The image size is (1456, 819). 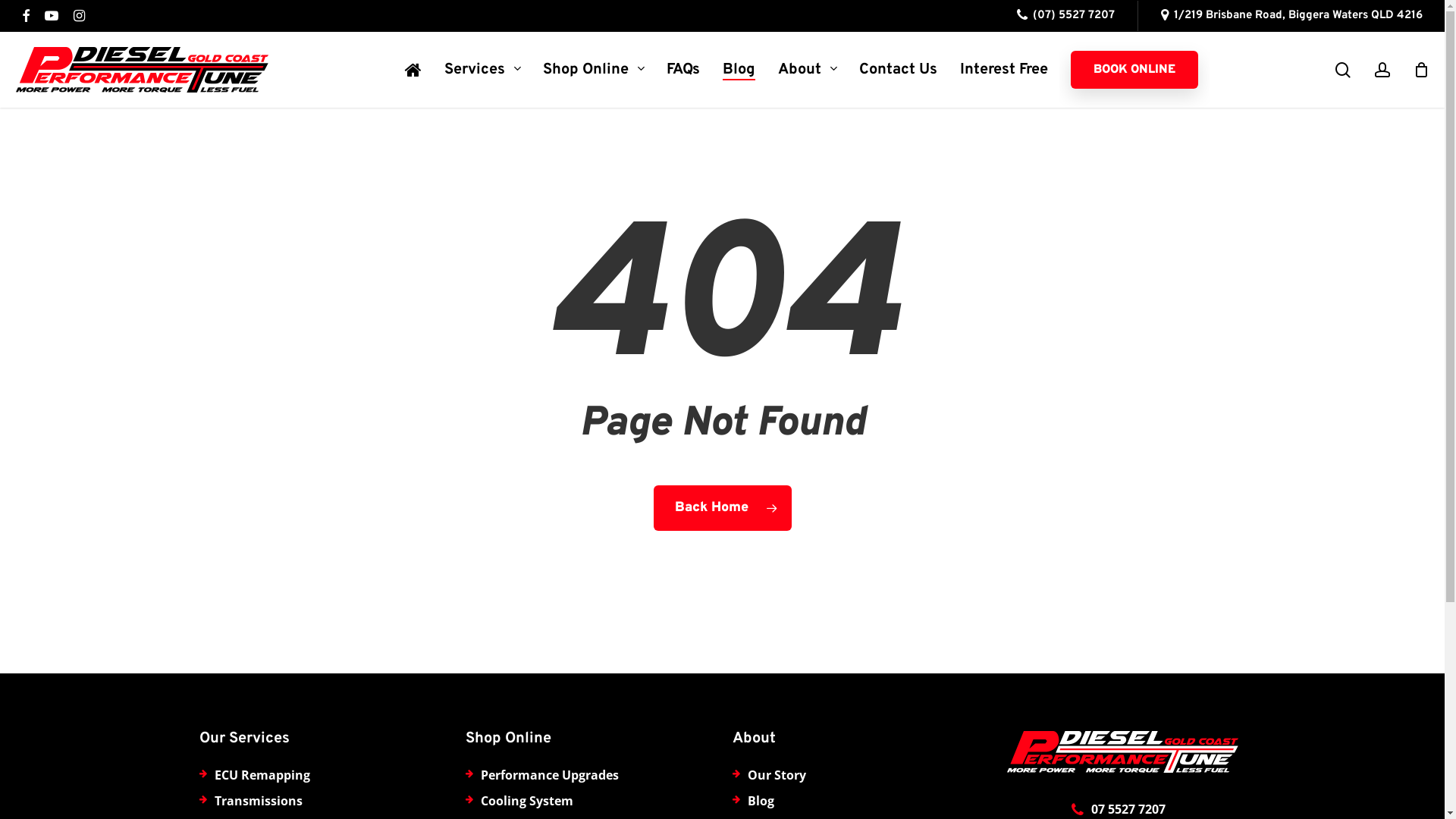 I want to click on 'Back Home', so click(x=722, y=508).